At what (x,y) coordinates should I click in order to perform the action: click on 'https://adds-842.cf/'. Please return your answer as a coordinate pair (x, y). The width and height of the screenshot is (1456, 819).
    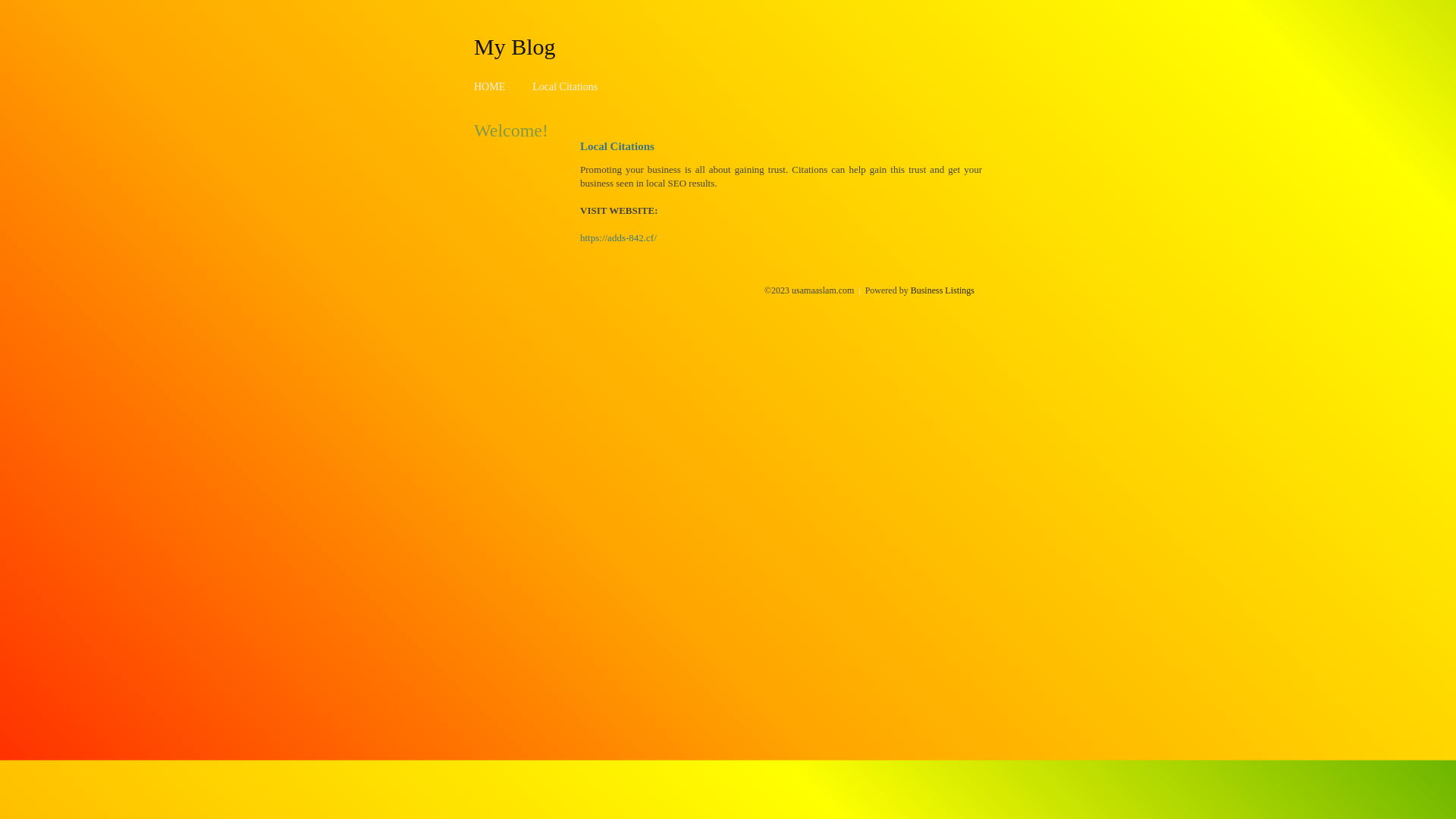
    Looking at the image, I should click on (618, 237).